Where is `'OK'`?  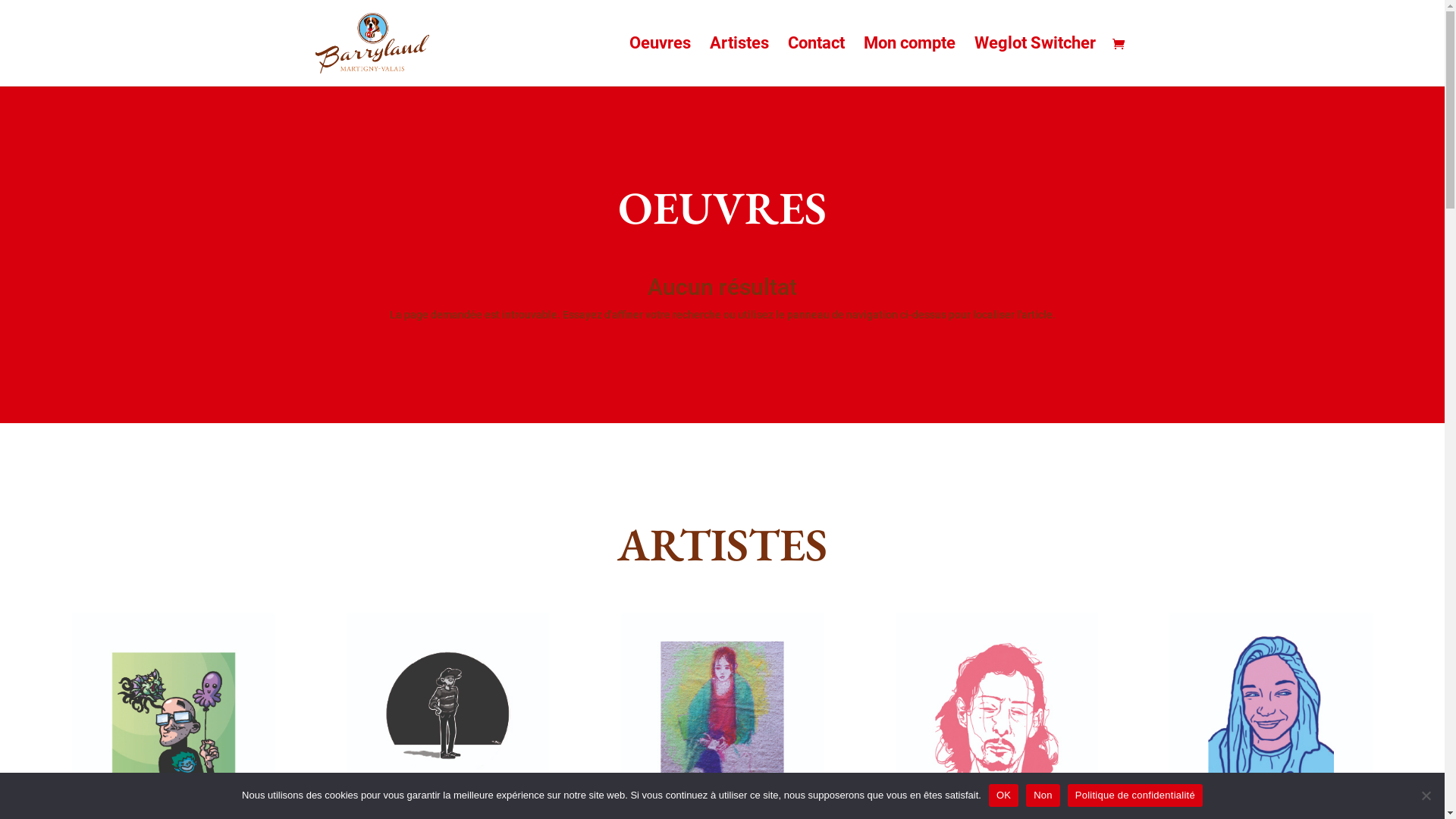
'OK' is located at coordinates (989, 795).